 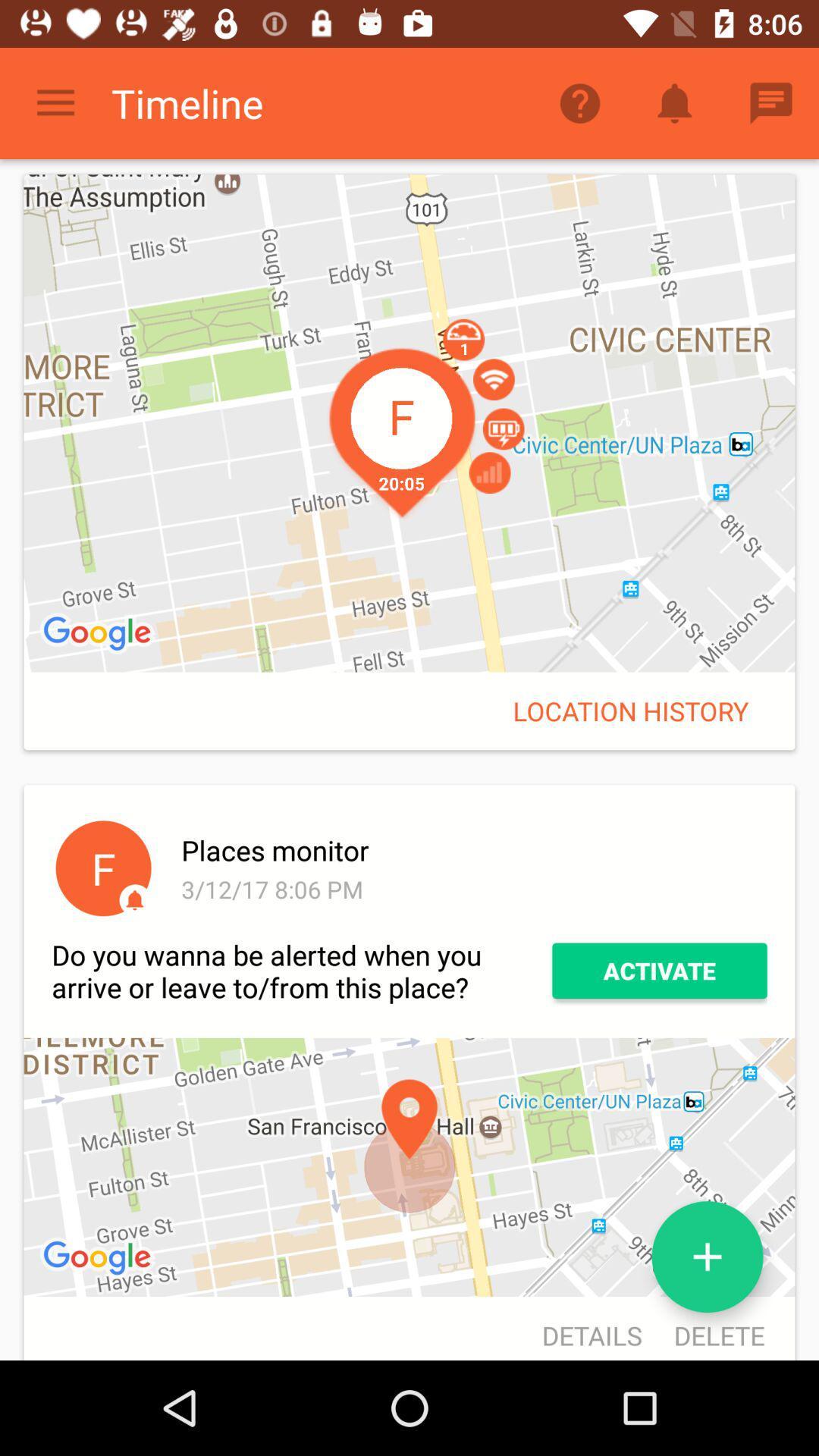 What do you see at coordinates (102, 868) in the screenshot?
I see `the icon next to places monitor item` at bounding box center [102, 868].